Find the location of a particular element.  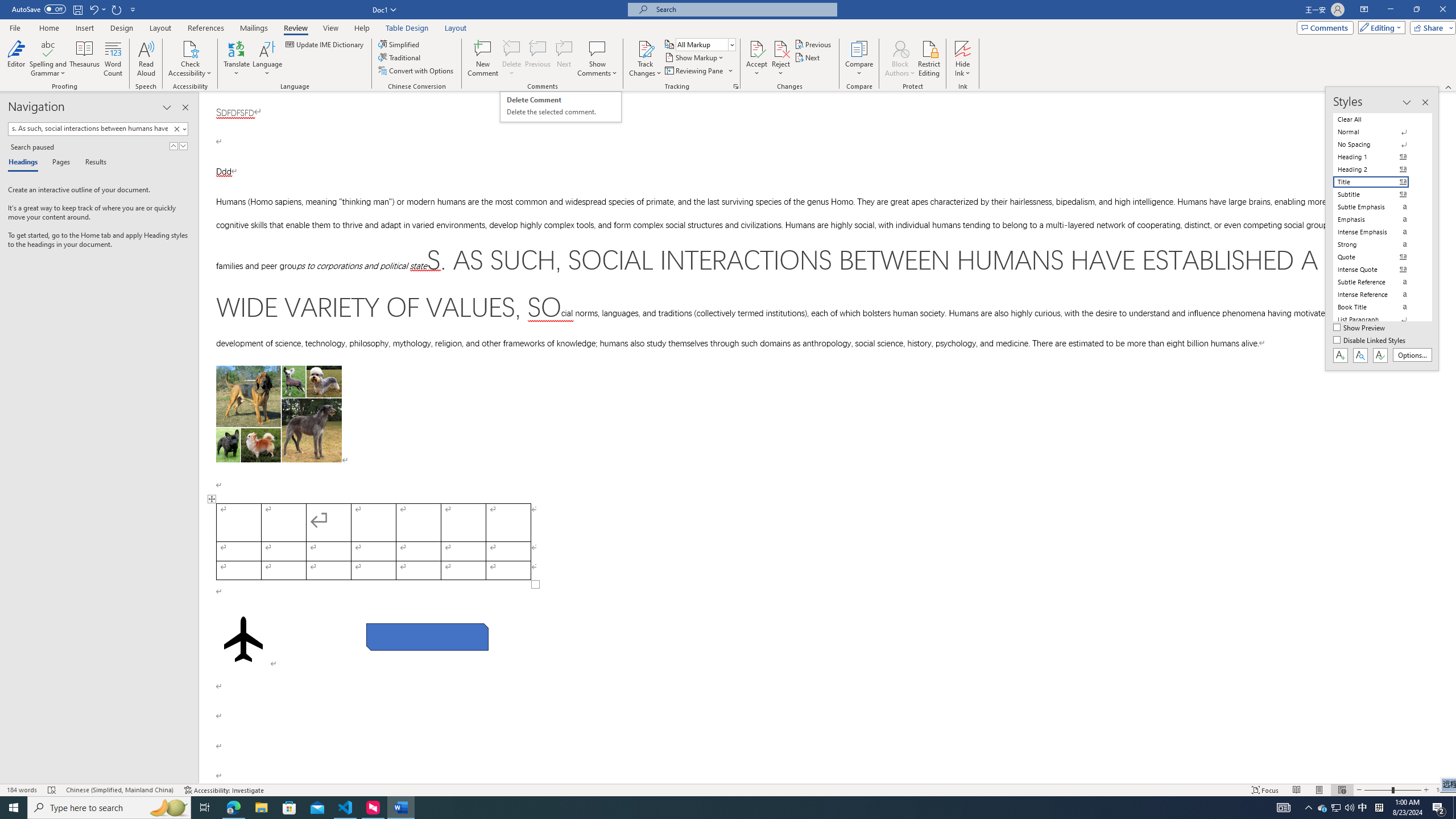

'Intense Emphasis' is located at coordinates (1378, 231).